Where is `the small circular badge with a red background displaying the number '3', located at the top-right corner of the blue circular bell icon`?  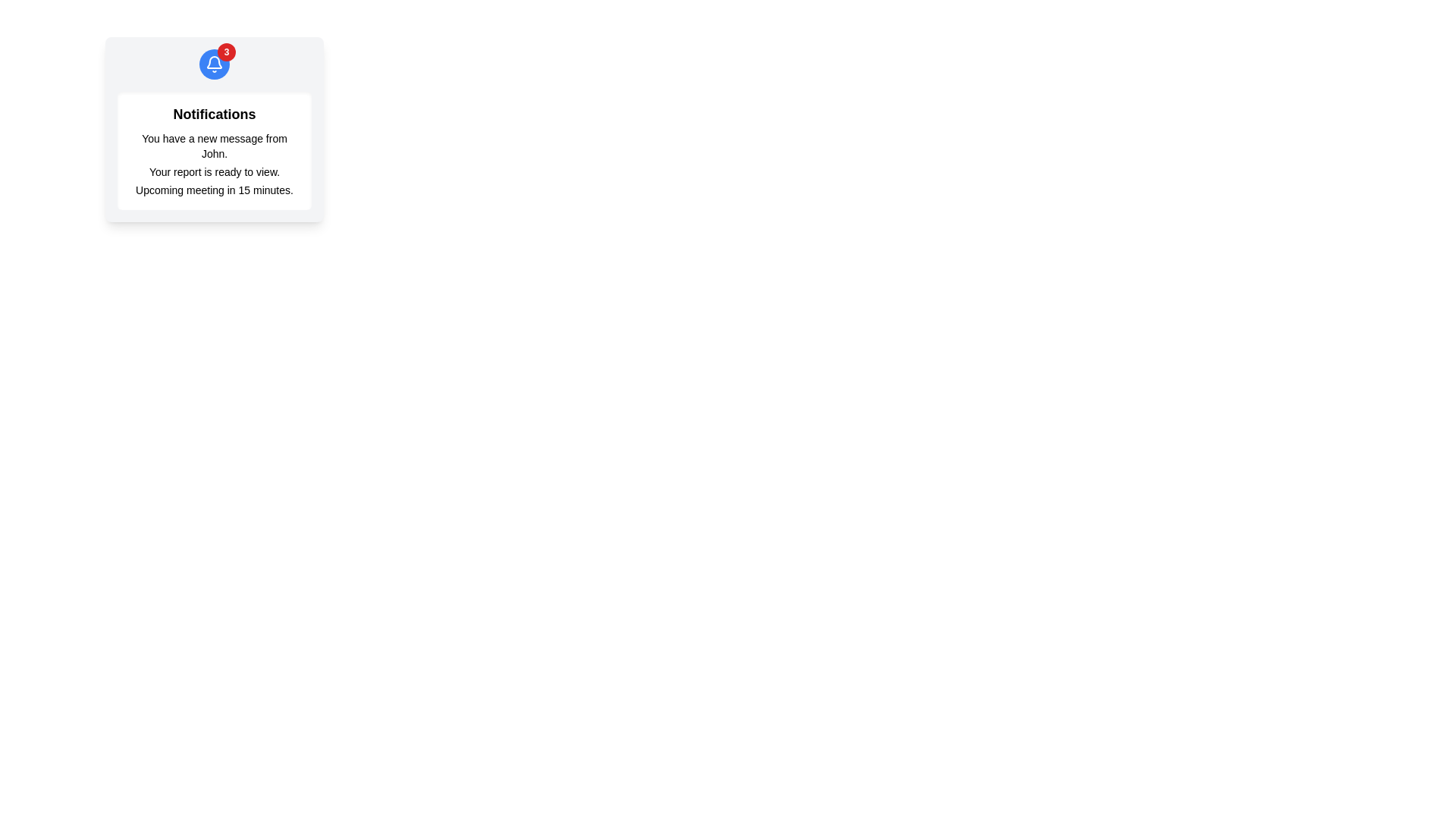 the small circular badge with a red background displaying the number '3', located at the top-right corner of the blue circular bell icon is located at coordinates (225, 52).